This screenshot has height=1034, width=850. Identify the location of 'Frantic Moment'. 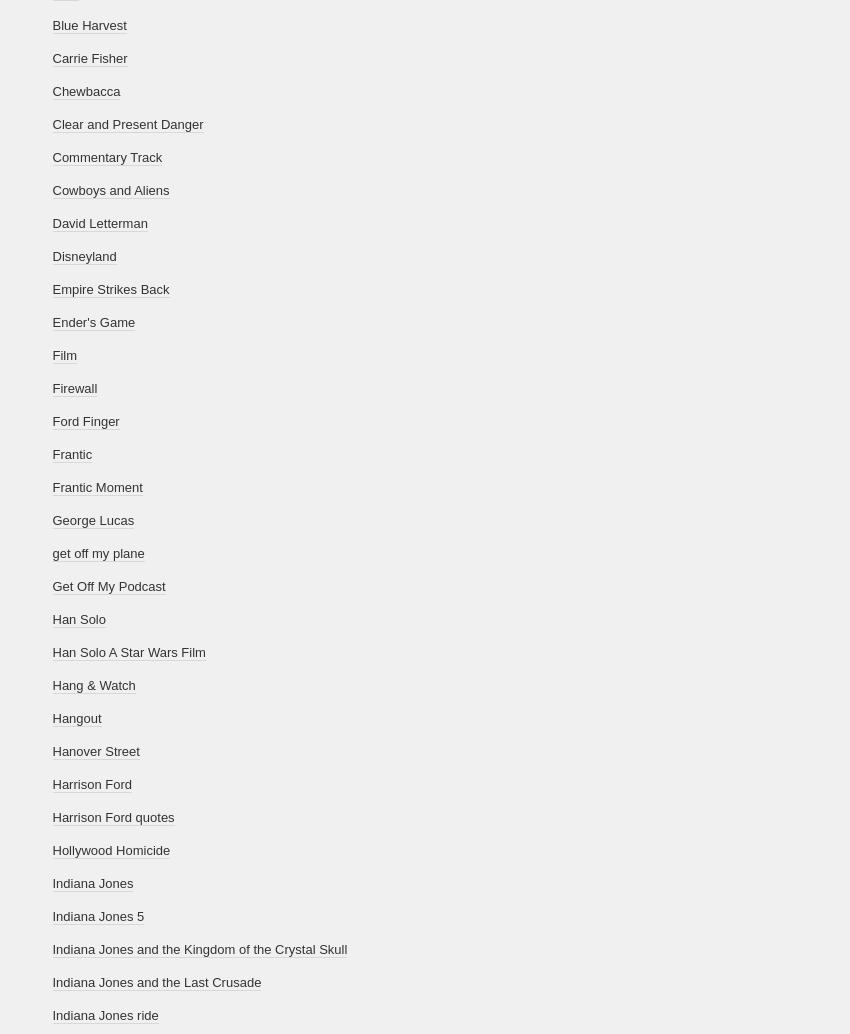
(95, 486).